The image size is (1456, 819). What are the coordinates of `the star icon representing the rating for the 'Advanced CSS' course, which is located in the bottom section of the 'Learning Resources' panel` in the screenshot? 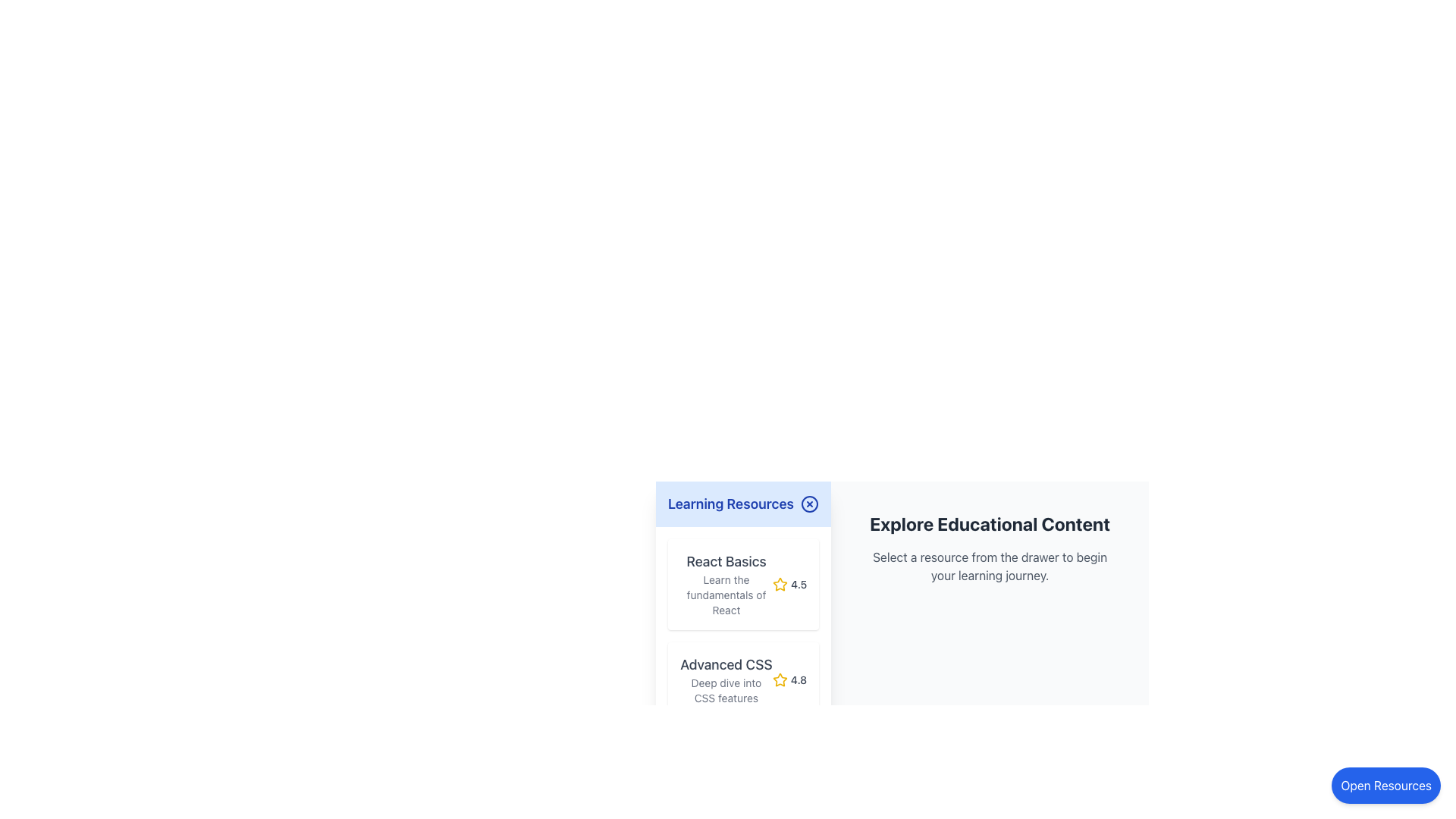 It's located at (780, 679).